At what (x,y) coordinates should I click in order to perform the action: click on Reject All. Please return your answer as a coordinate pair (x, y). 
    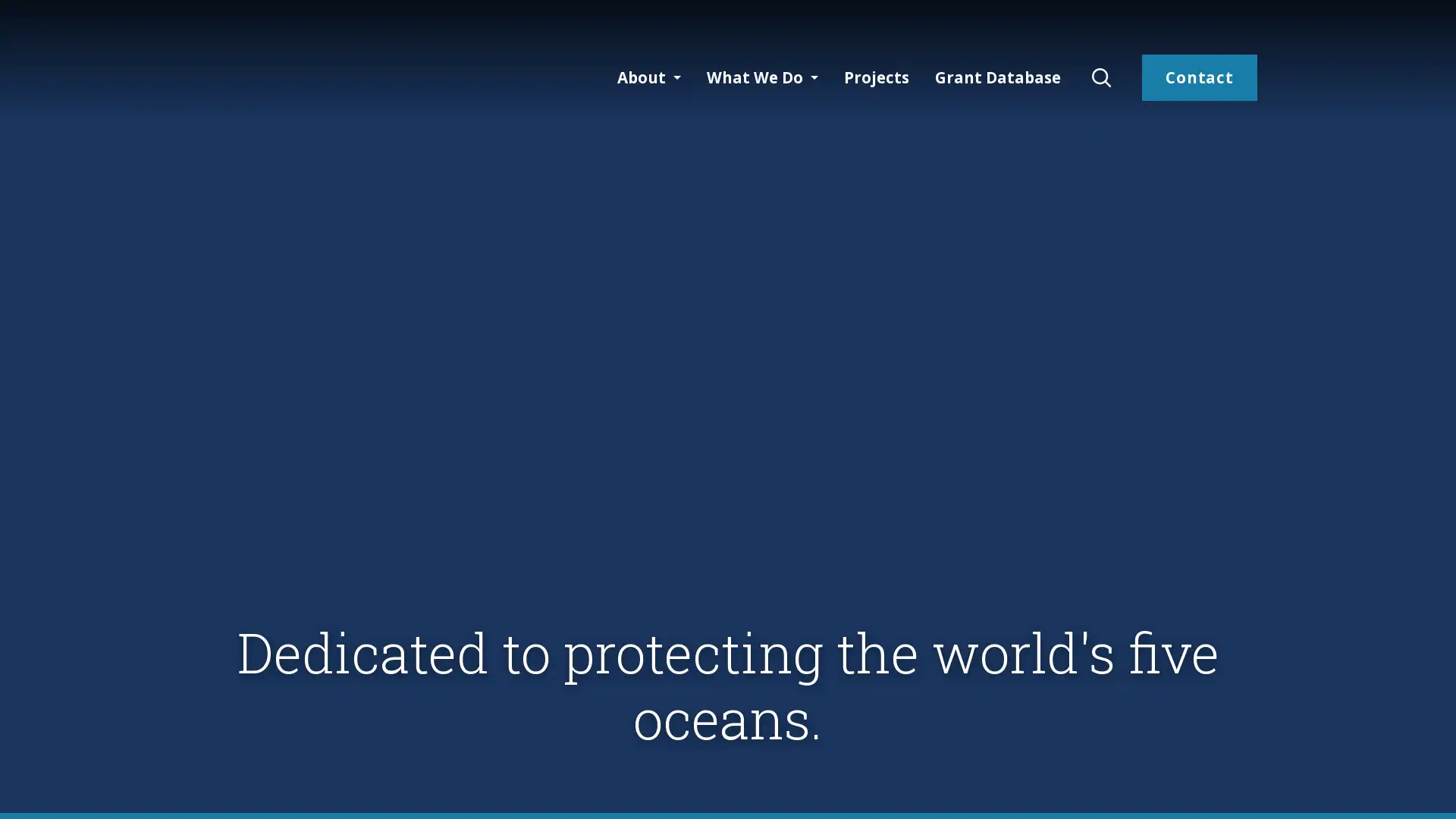
    Looking at the image, I should click on (1294, 788).